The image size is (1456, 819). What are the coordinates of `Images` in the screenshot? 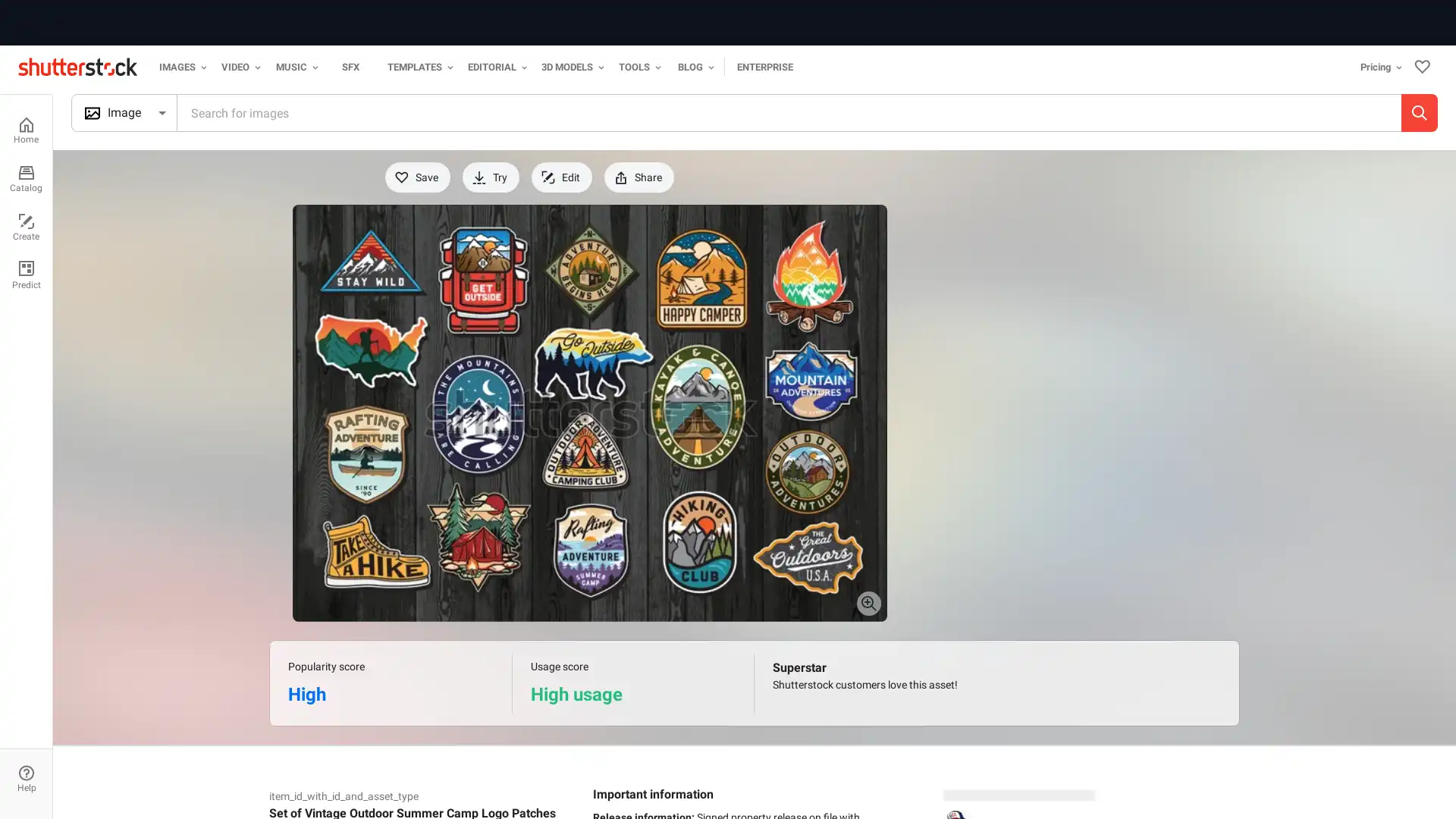 It's located at (180, 66).